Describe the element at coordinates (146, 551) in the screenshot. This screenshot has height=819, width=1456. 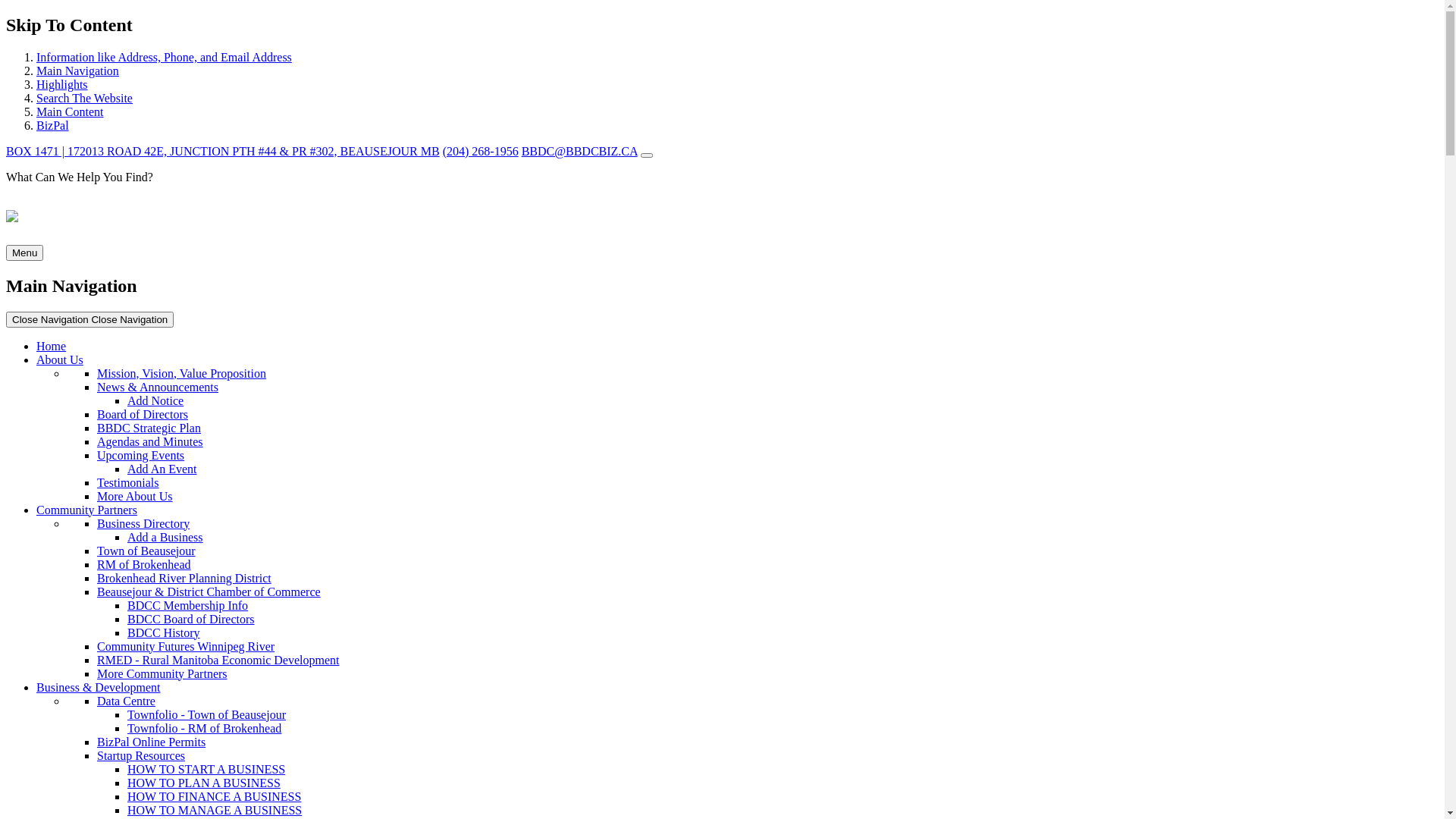
I see `'Town of Beausejour'` at that location.